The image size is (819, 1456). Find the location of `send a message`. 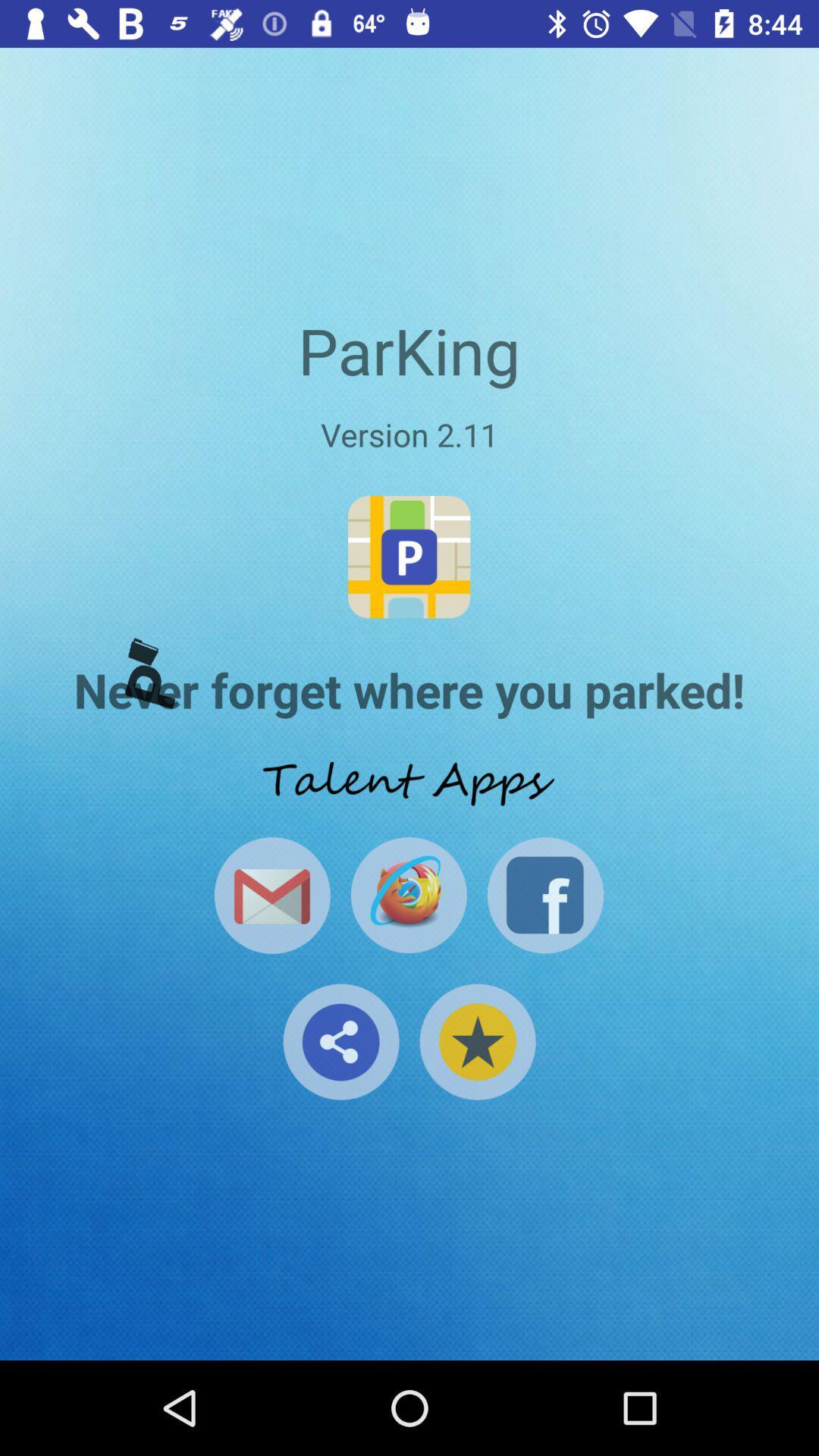

send a message is located at coordinates (271, 895).